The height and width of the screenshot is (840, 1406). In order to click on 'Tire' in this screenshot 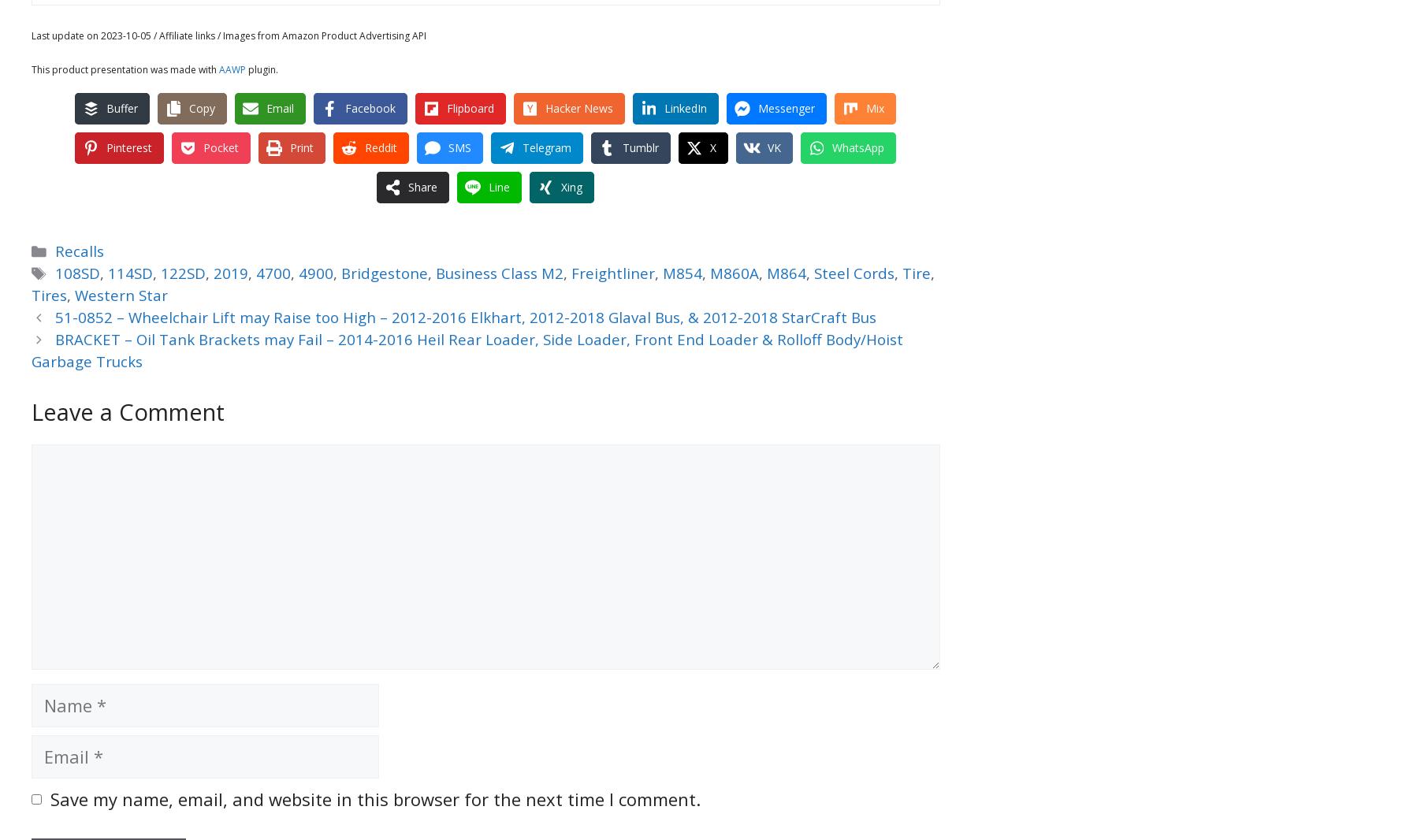, I will do `click(915, 273)`.